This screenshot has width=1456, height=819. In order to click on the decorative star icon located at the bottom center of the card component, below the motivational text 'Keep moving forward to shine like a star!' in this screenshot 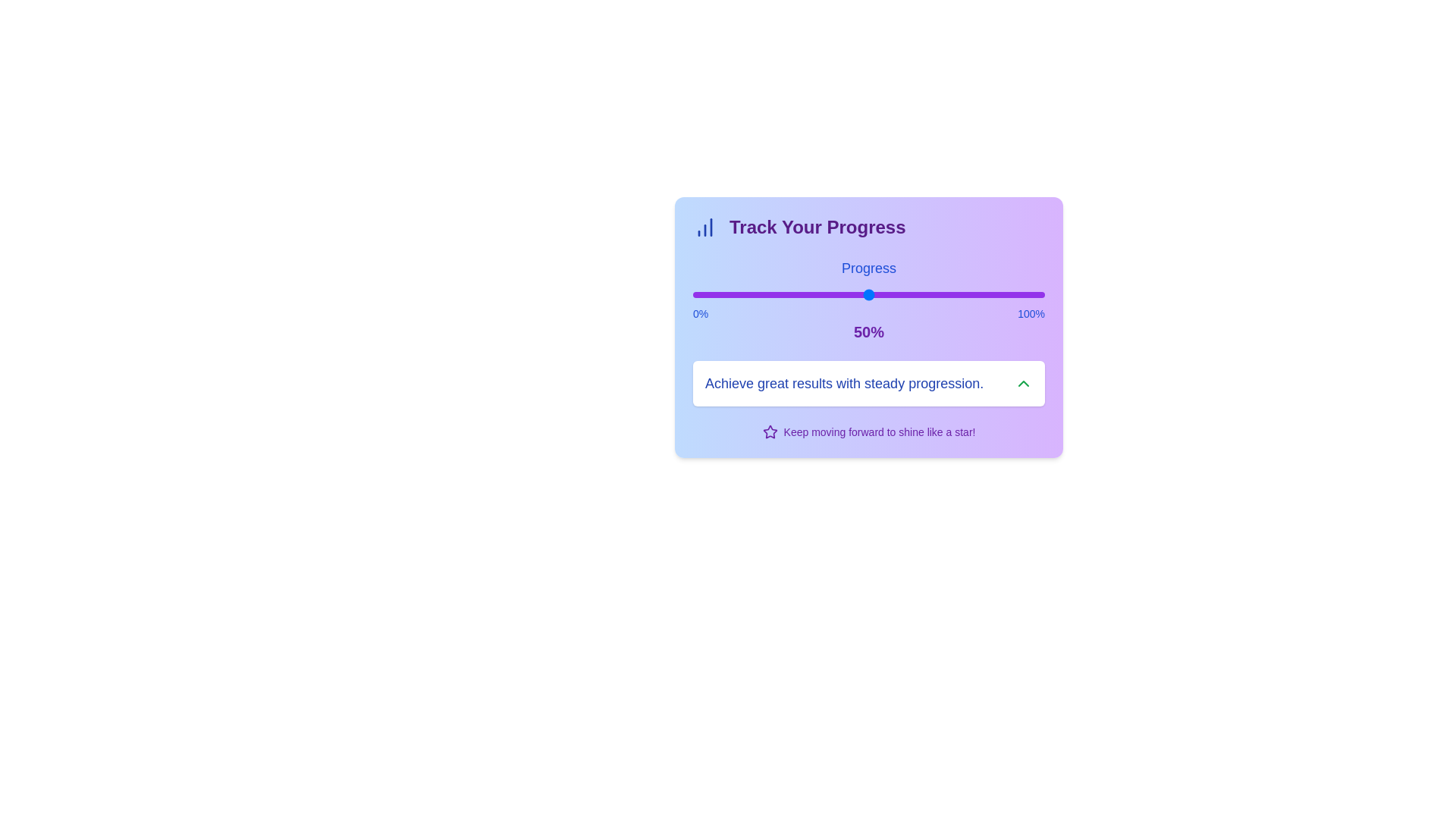, I will do `click(770, 431)`.